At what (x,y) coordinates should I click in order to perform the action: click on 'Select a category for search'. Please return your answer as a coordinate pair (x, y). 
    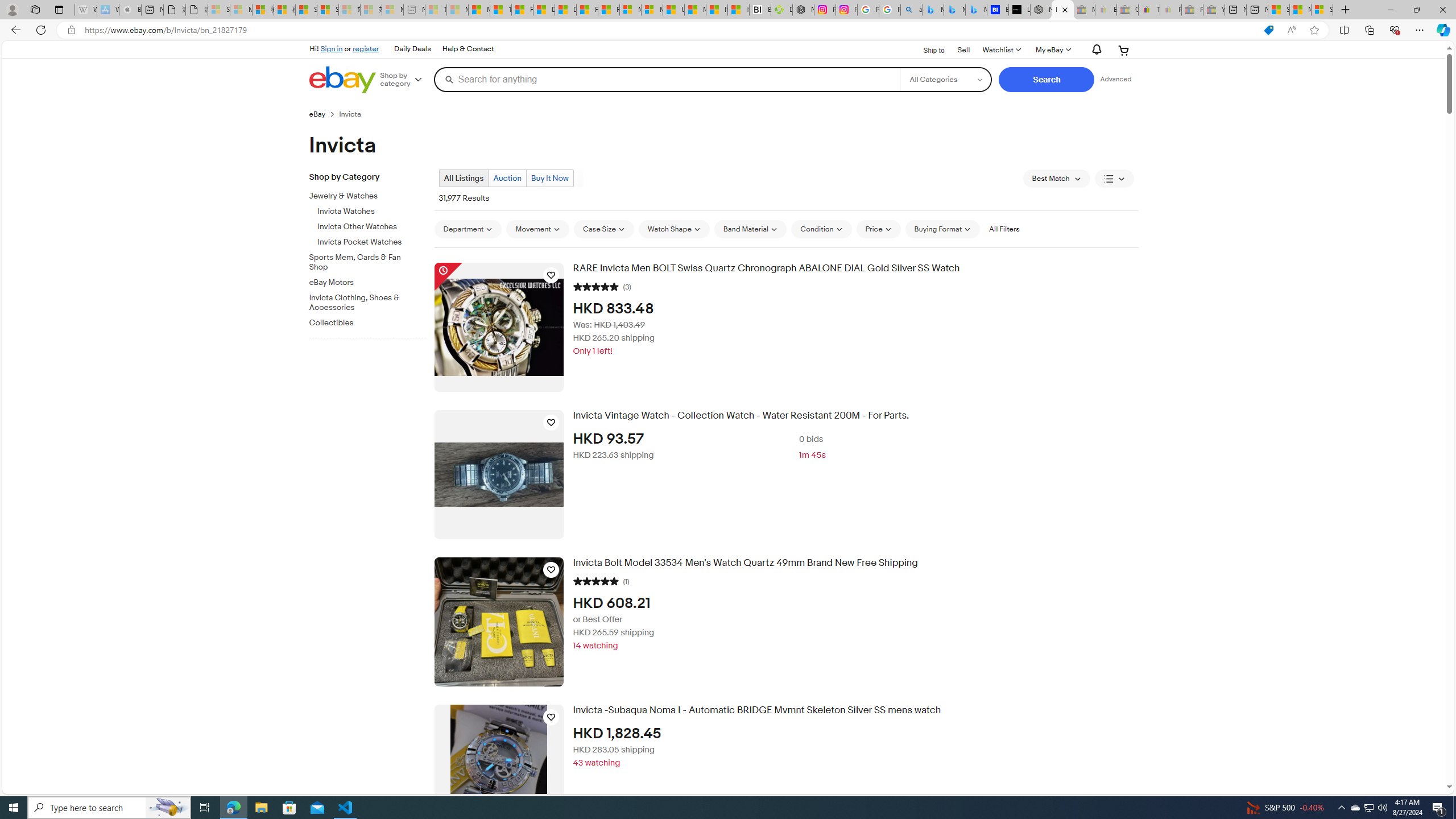
    Looking at the image, I should click on (945, 78).